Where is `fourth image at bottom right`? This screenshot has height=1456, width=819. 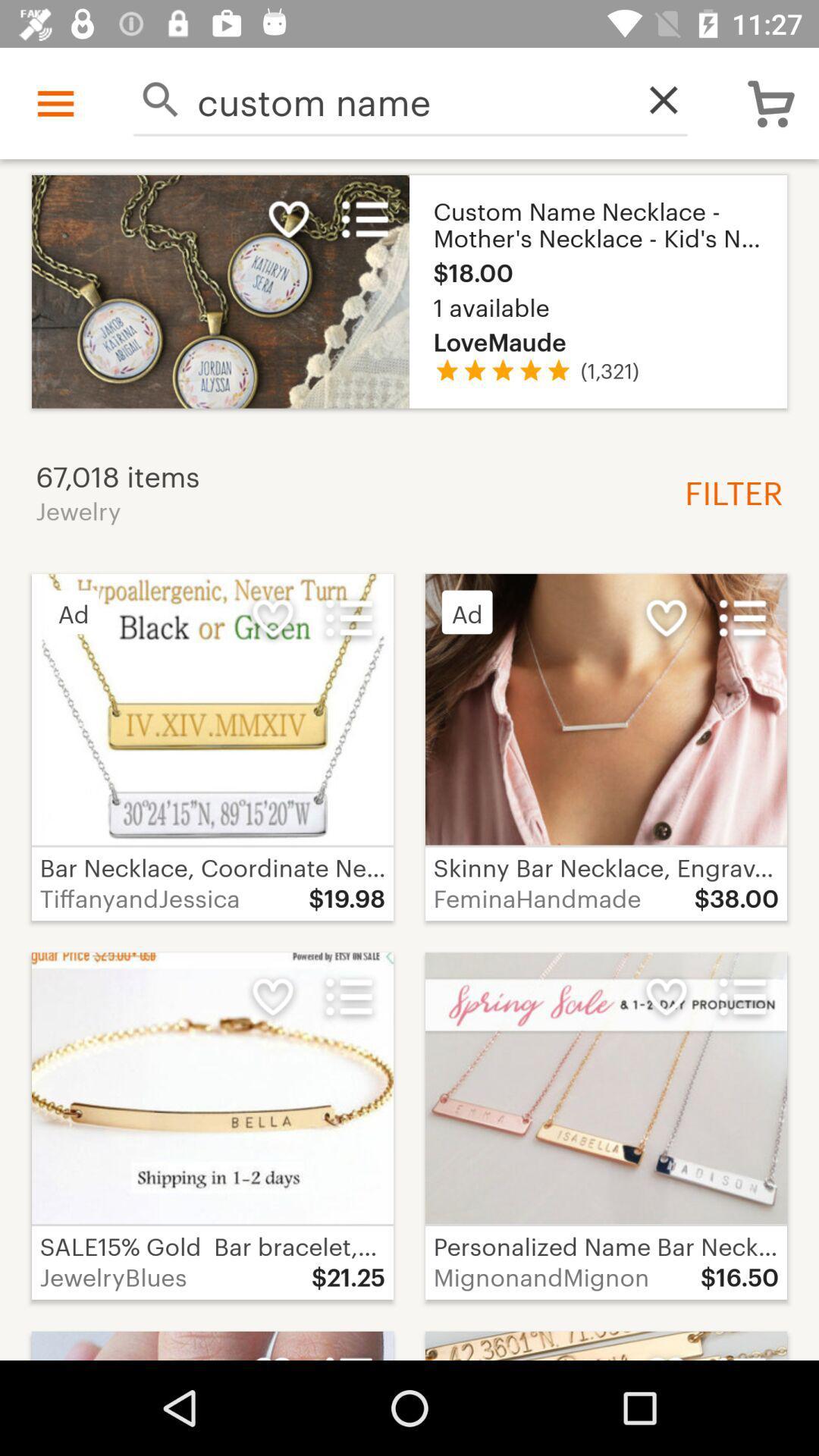 fourth image at bottom right is located at coordinates (605, 1125).